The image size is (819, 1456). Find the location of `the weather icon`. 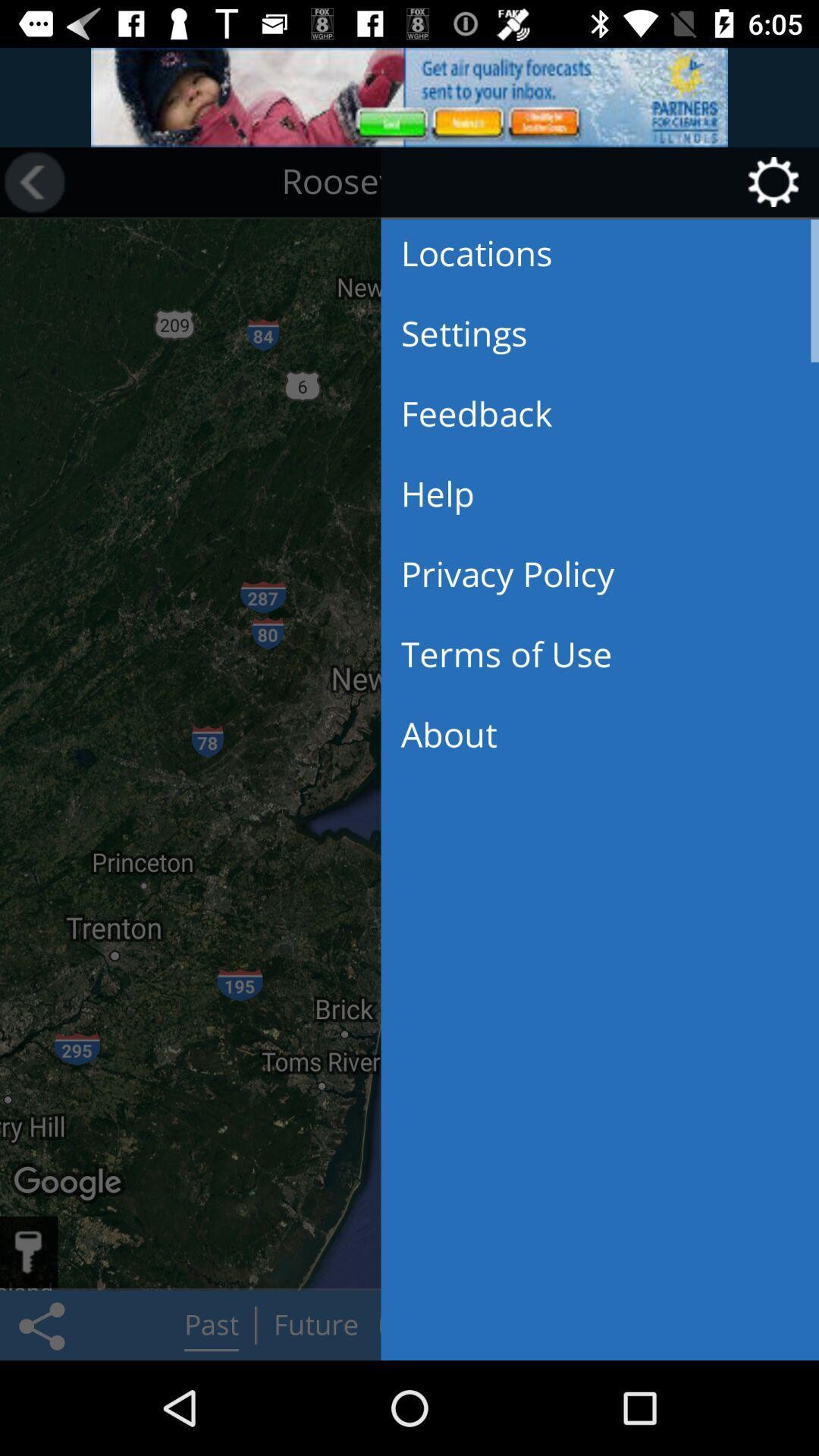

the weather icon is located at coordinates (99, 182).